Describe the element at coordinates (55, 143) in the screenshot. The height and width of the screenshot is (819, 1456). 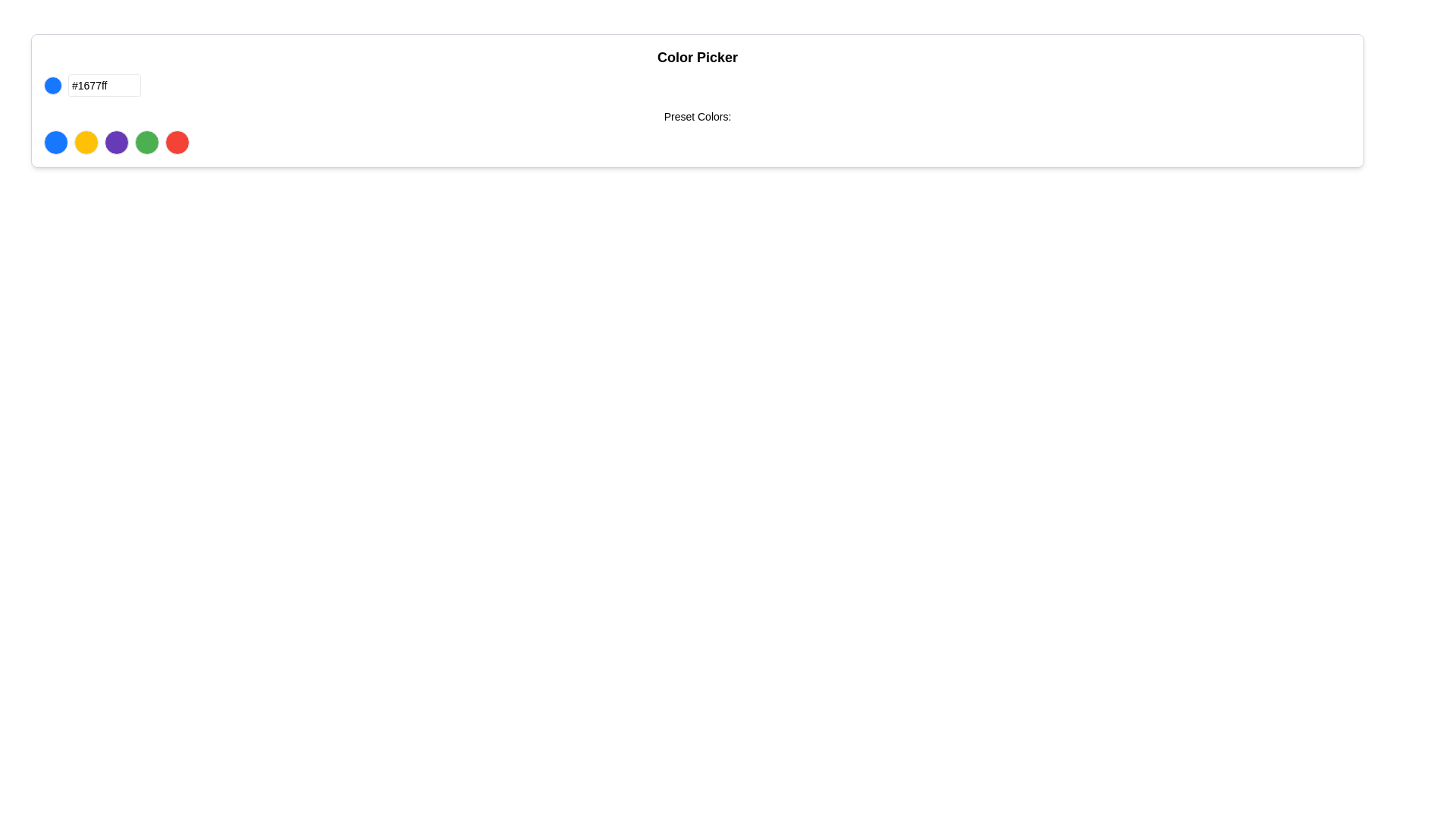
I see `the first circular button in the 'Preset Colors' row` at that location.